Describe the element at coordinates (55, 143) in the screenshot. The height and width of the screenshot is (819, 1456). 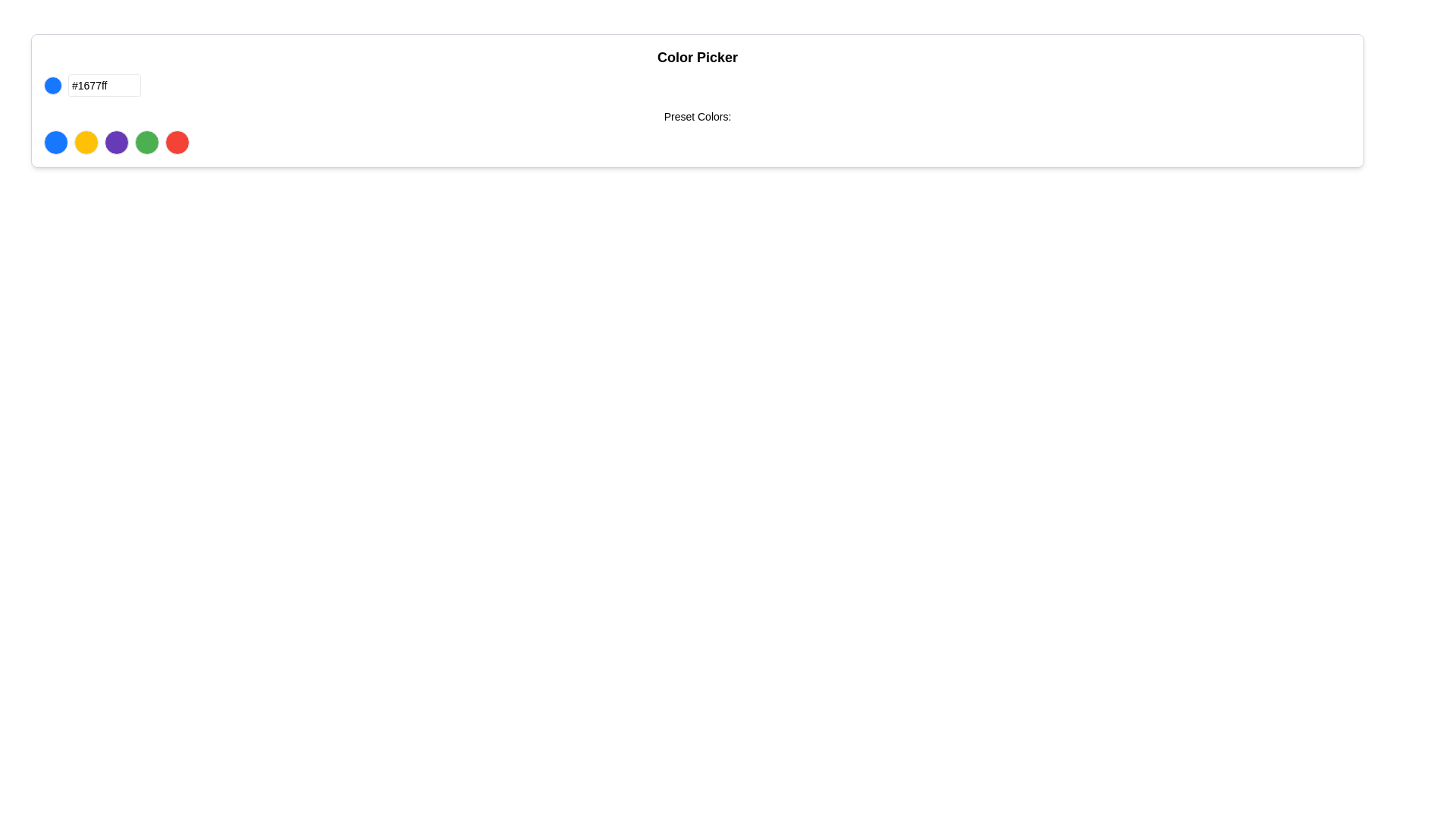
I see `the first circular button in the 'Preset Colors' row` at that location.